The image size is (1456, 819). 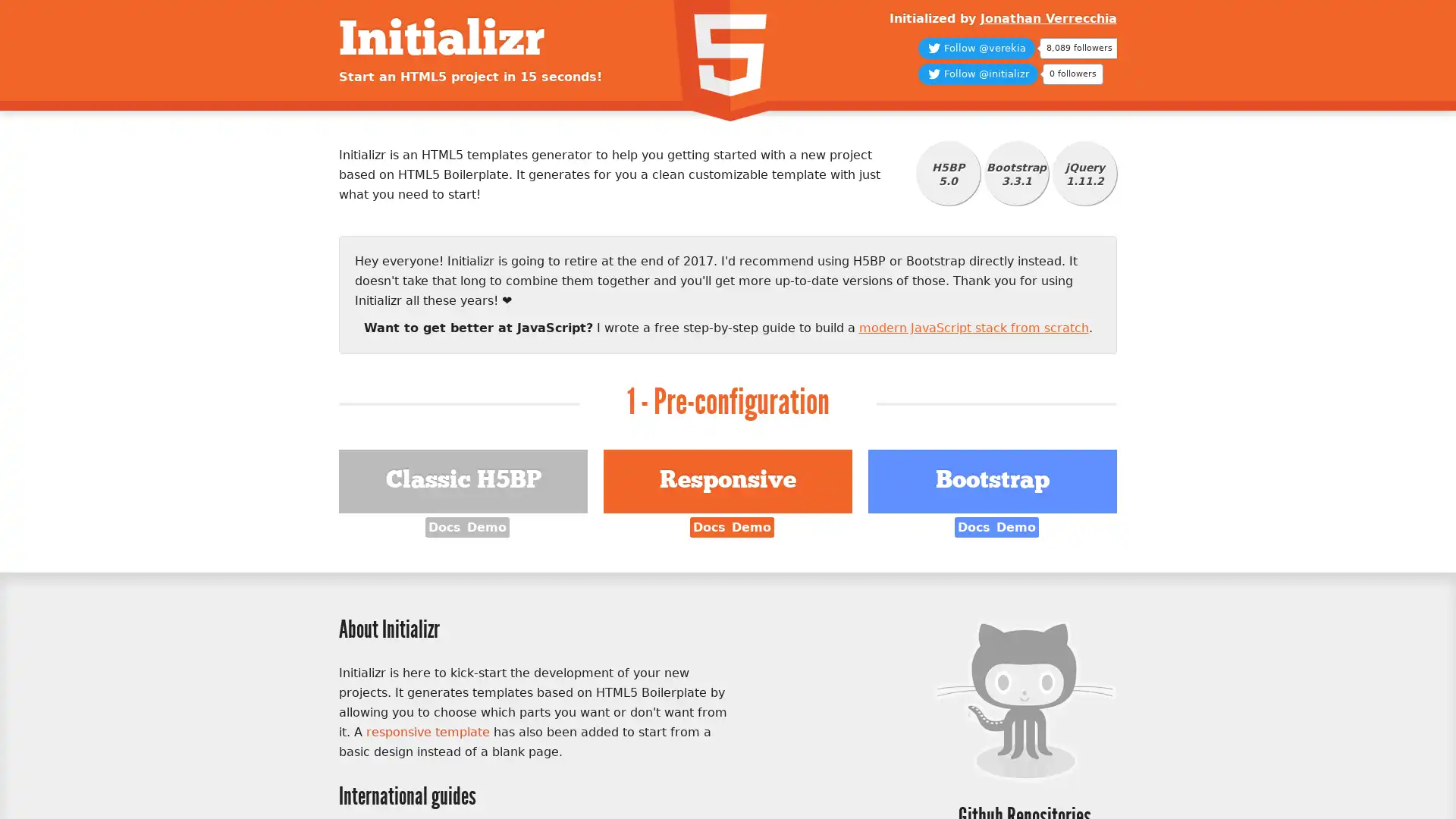 What do you see at coordinates (726, 482) in the screenshot?
I see `Responsive` at bounding box center [726, 482].